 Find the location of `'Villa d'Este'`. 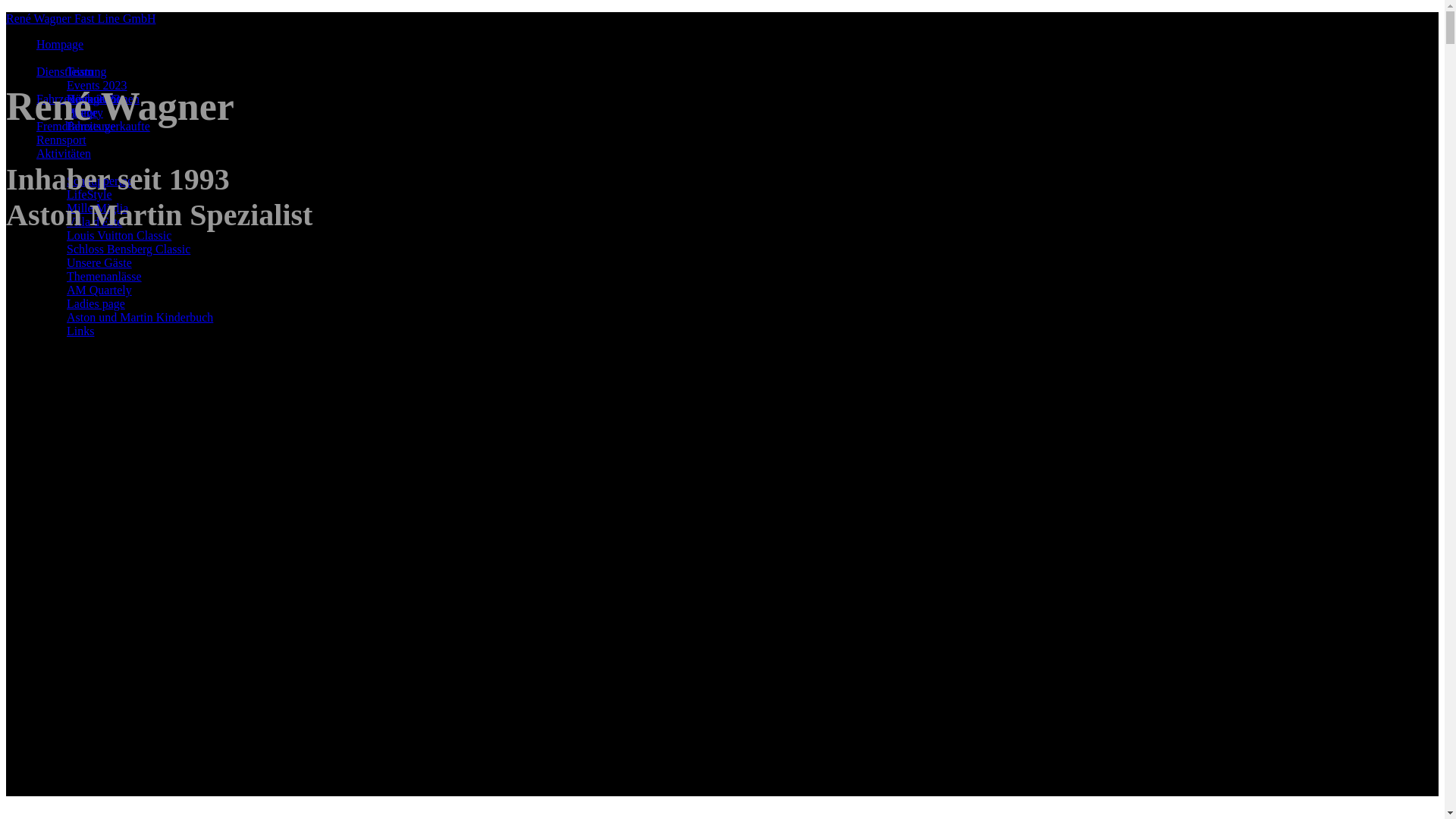

'Villa d'Este' is located at coordinates (65, 221).